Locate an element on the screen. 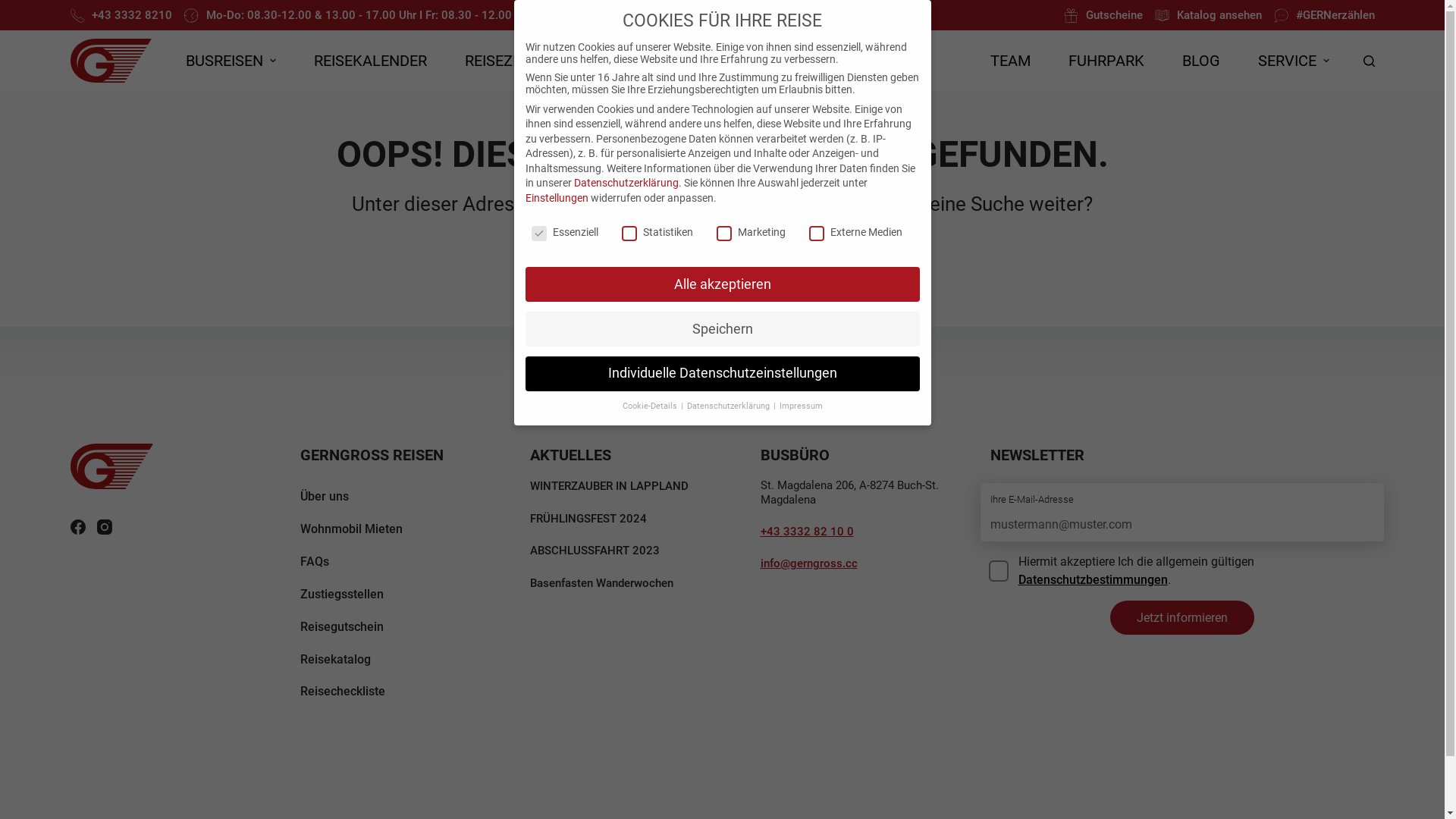  'BUSREISEN' is located at coordinates (230, 60).